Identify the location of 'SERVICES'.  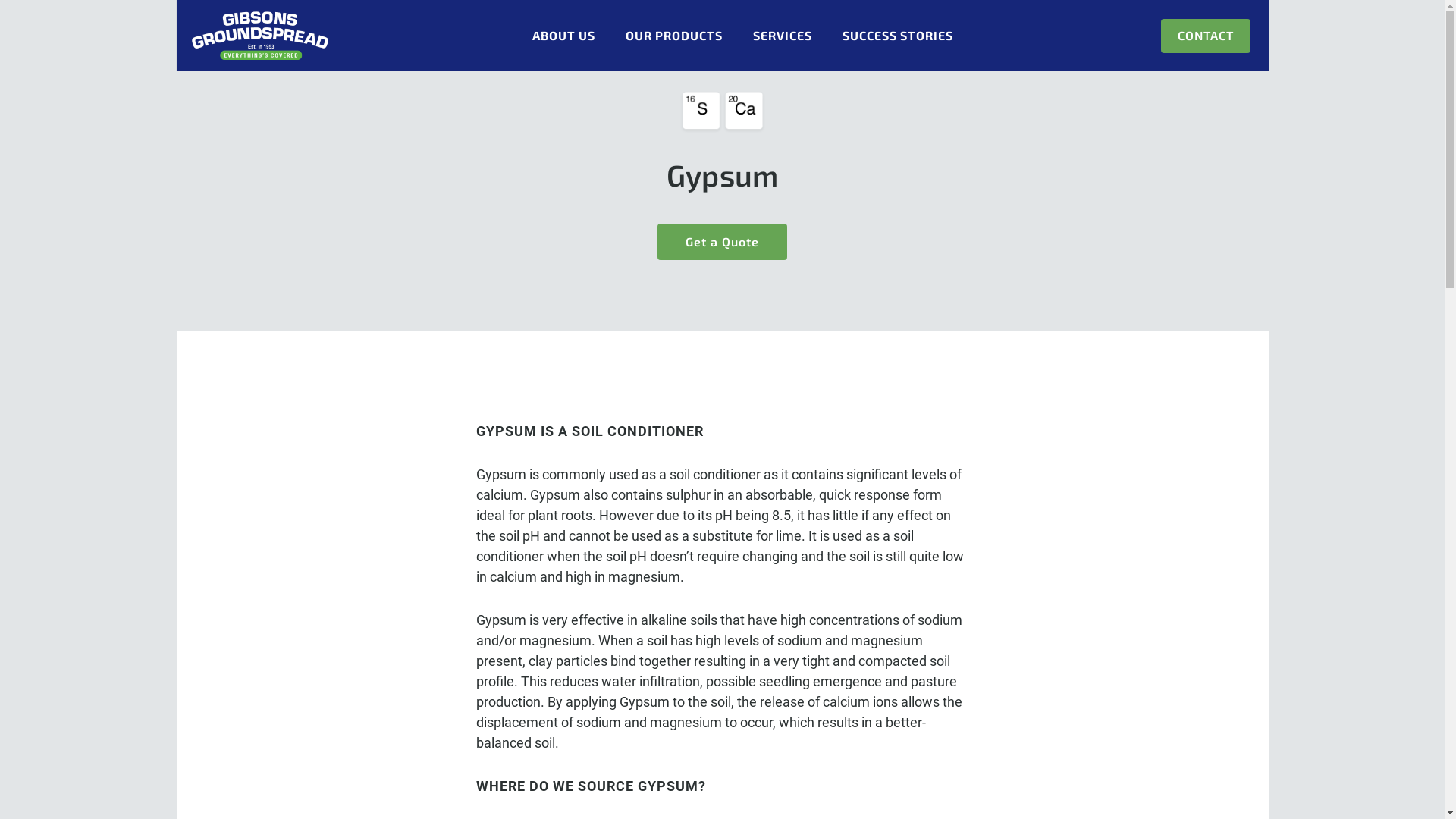
(783, 35).